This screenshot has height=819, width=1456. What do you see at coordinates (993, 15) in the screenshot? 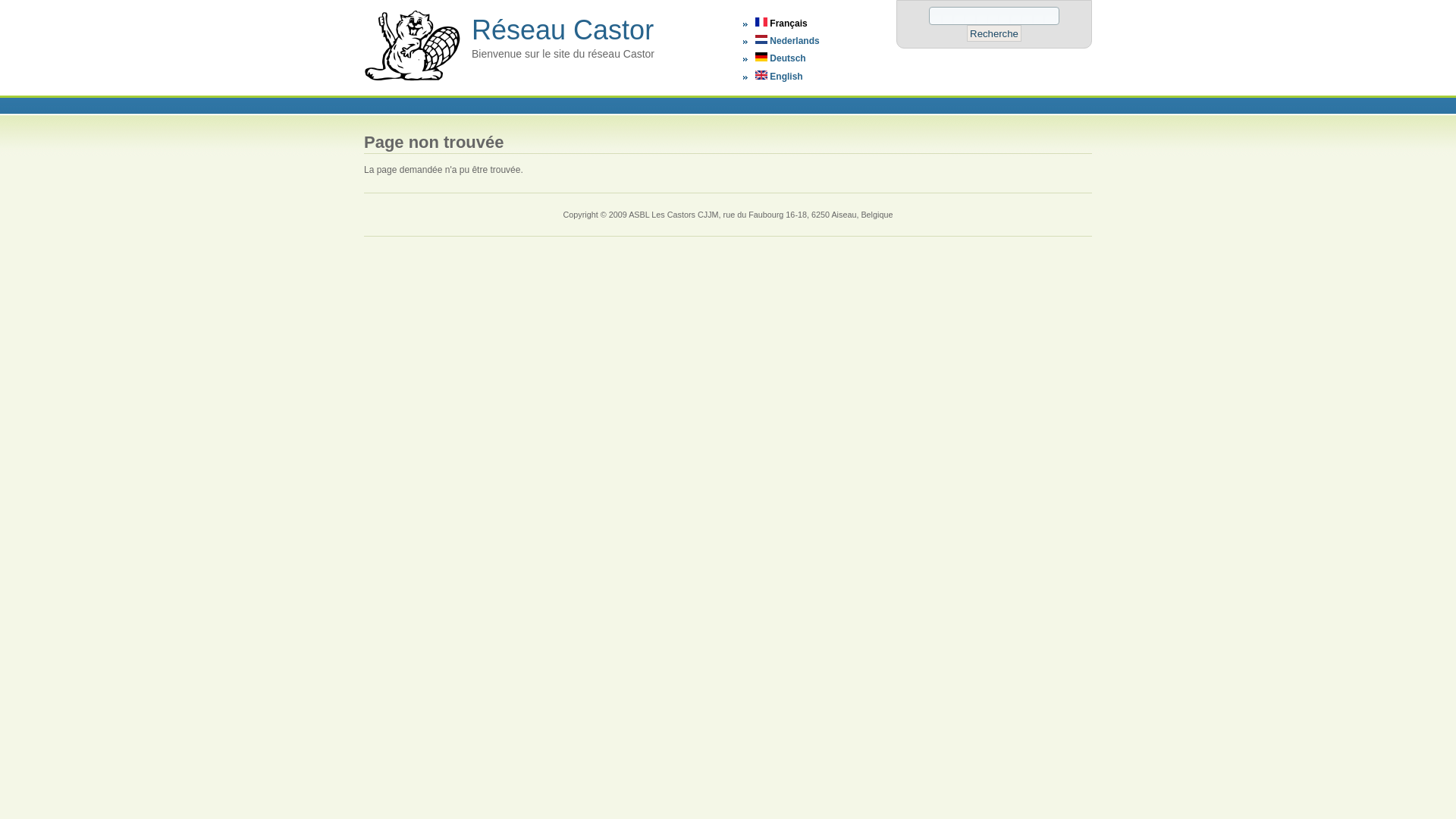
I see `'Saisissez les termes que vous voulez rechercher.'` at bounding box center [993, 15].